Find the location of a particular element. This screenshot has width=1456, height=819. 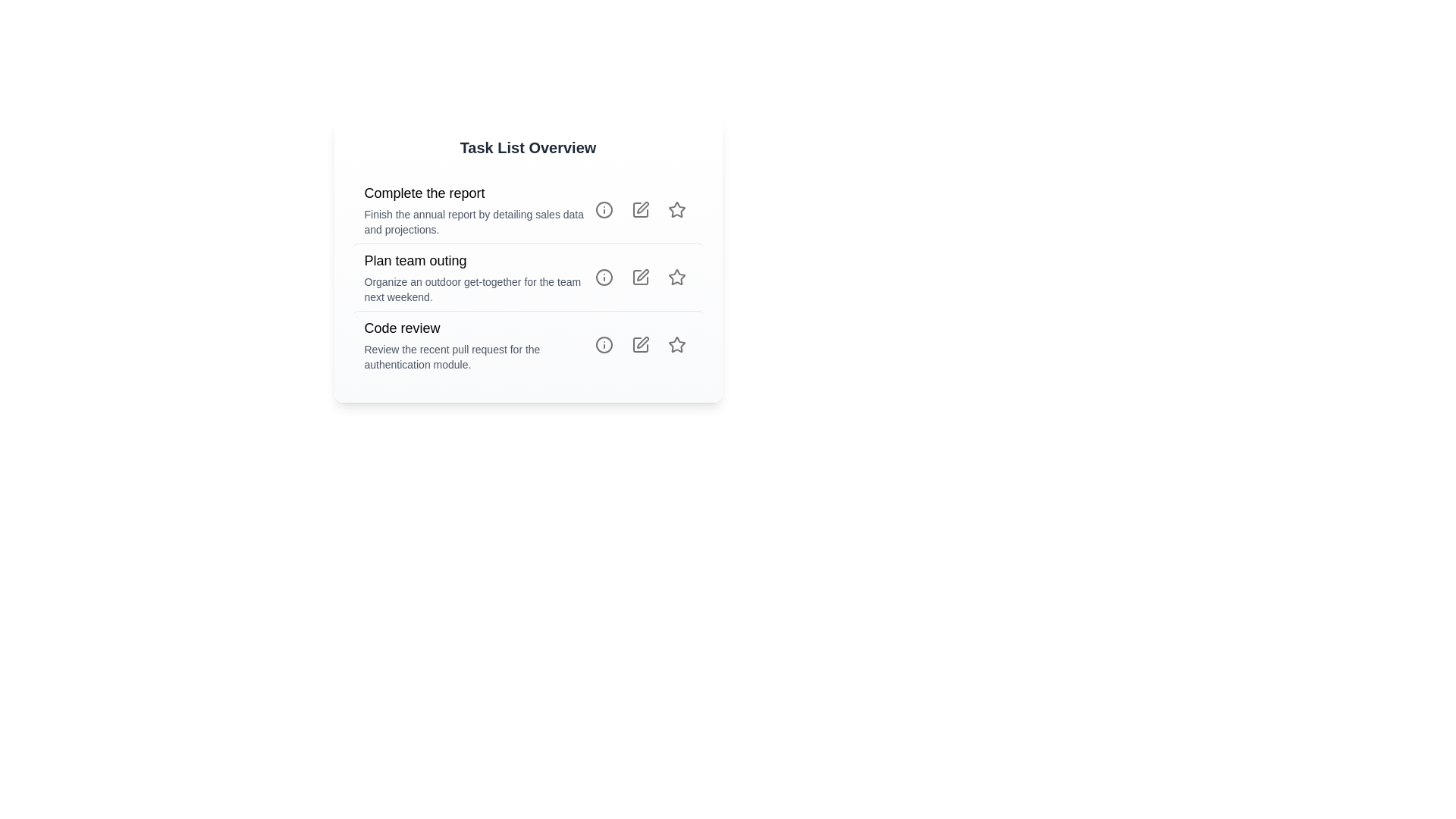

the edit icon button, which is a square-shaped green icon with a pen tool, located in the middle of the action buttons for the 'Code review' task is located at coordinates (640, 345).